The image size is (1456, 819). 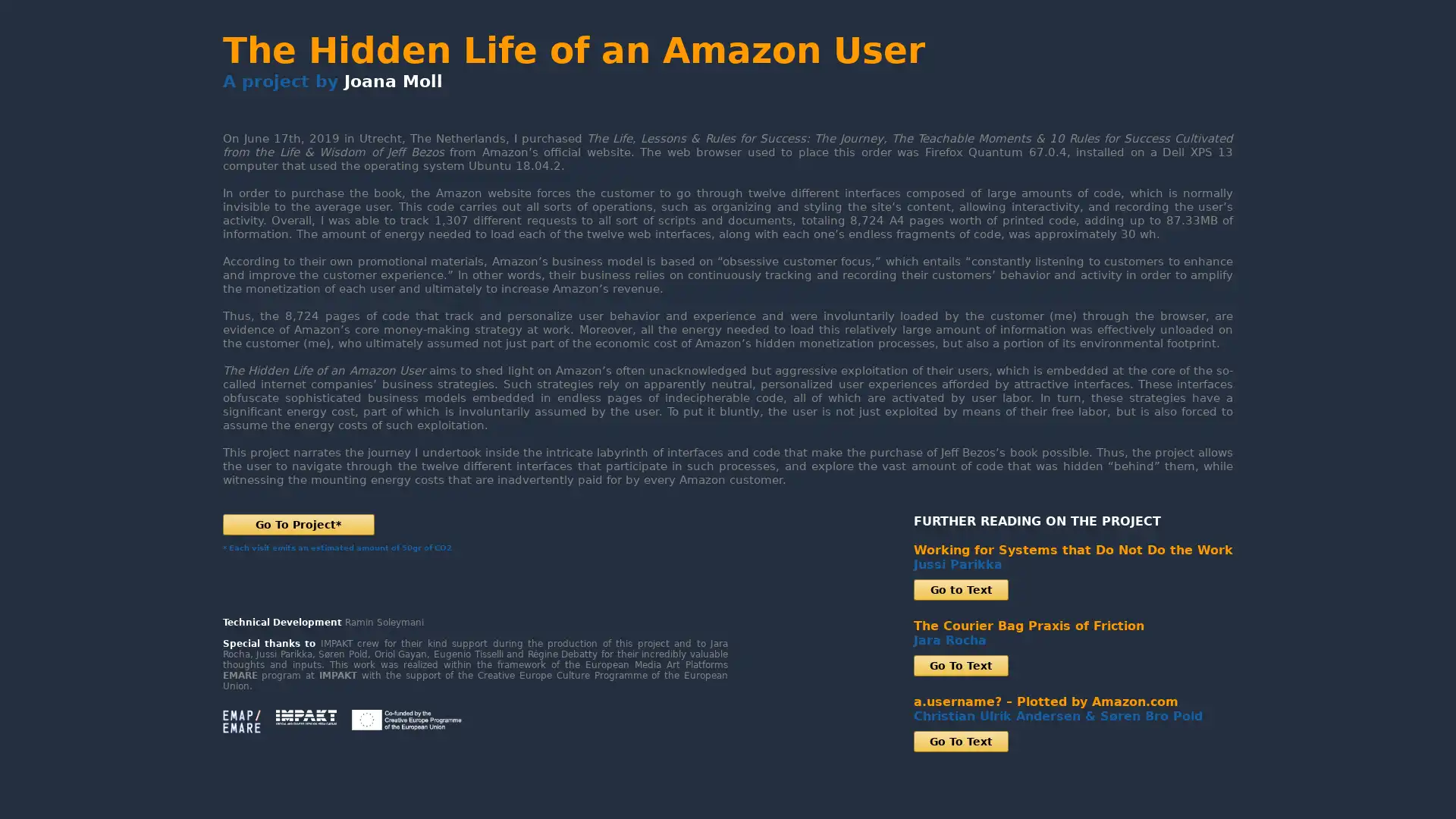 What do you see at coordinates (960, 589) in the screenshot?
I see `Go to Text` at bounding box center [960, 589].